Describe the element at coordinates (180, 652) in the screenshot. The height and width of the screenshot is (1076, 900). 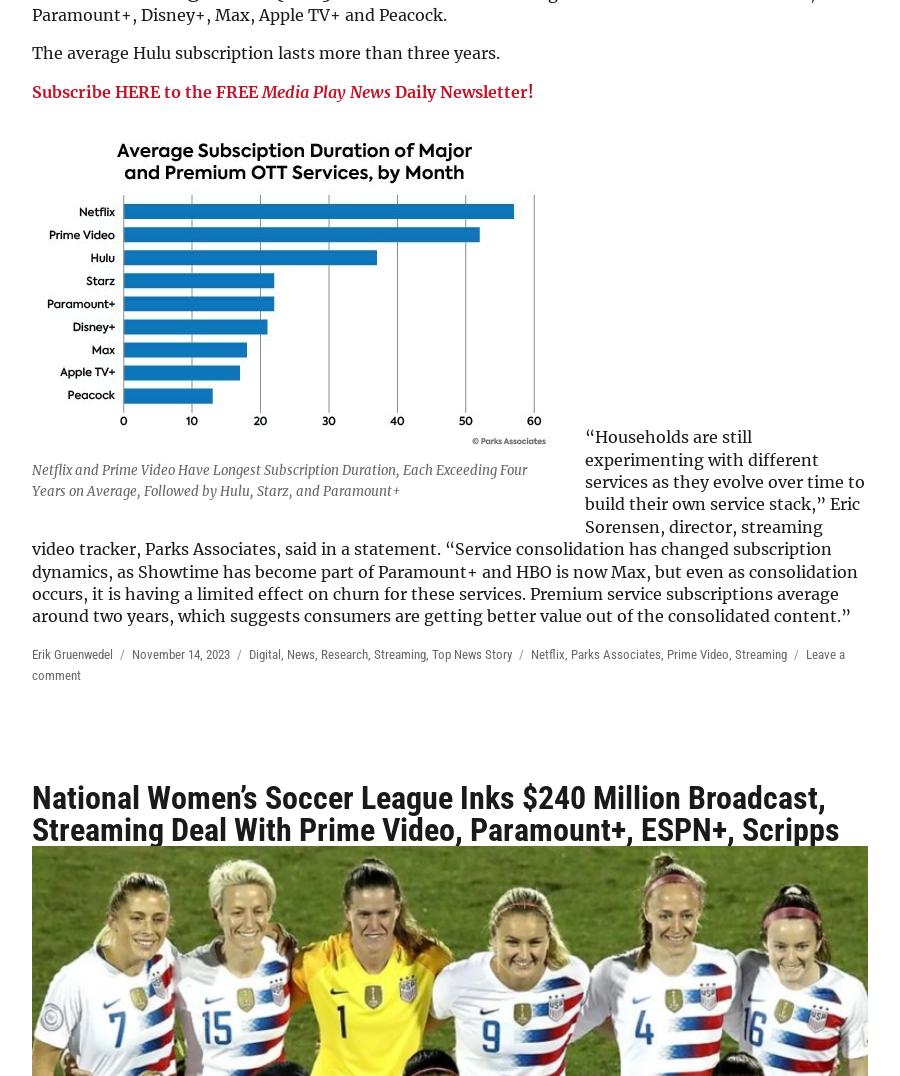
I see `'November 14, 2023'` at that location.